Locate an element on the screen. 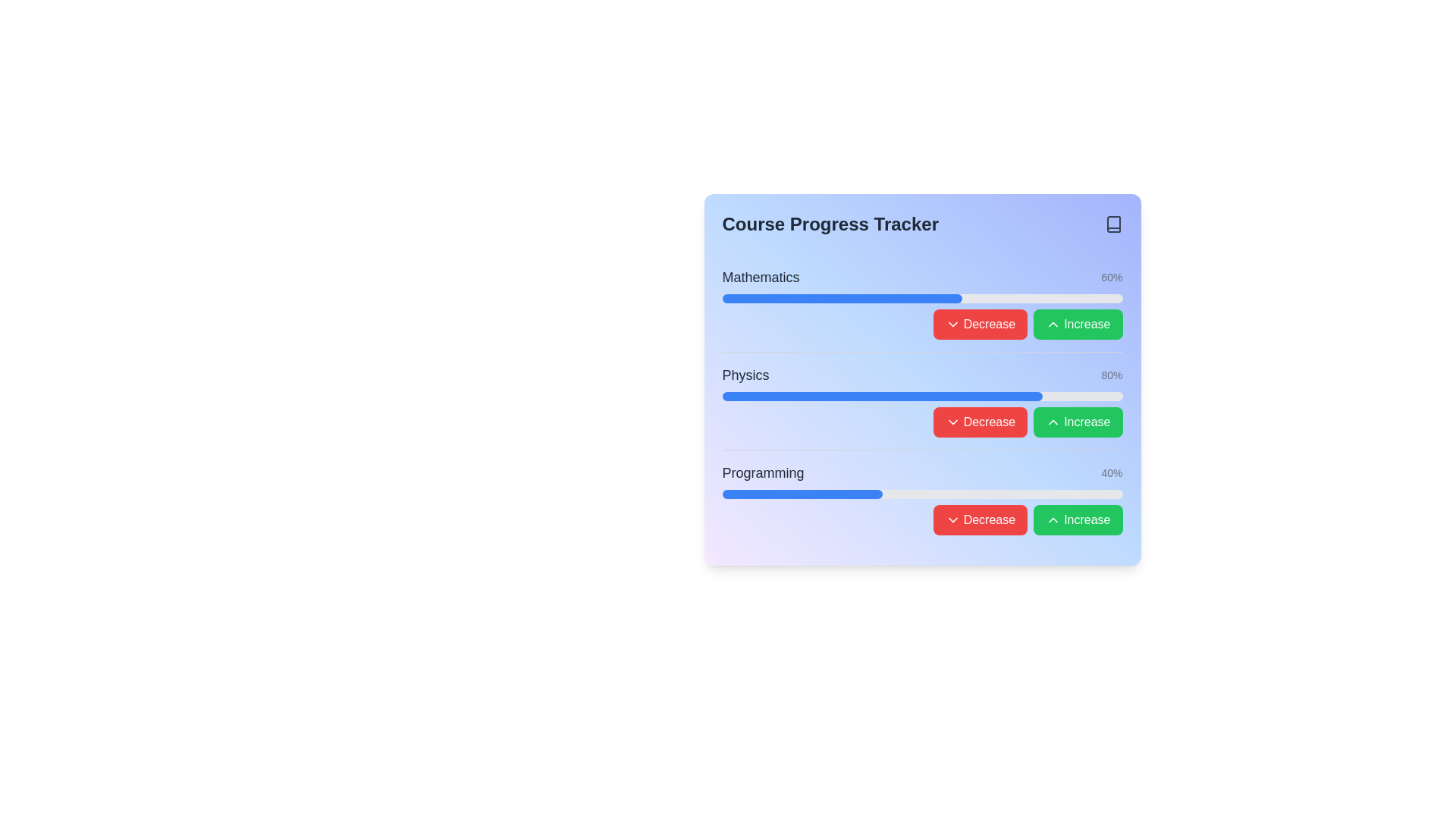 Image resolution: width=1456 pixels, height=819 pixels. the book icon located in the upper-right corner of the course progress tracker panel is located at coordinates (1113, 224).